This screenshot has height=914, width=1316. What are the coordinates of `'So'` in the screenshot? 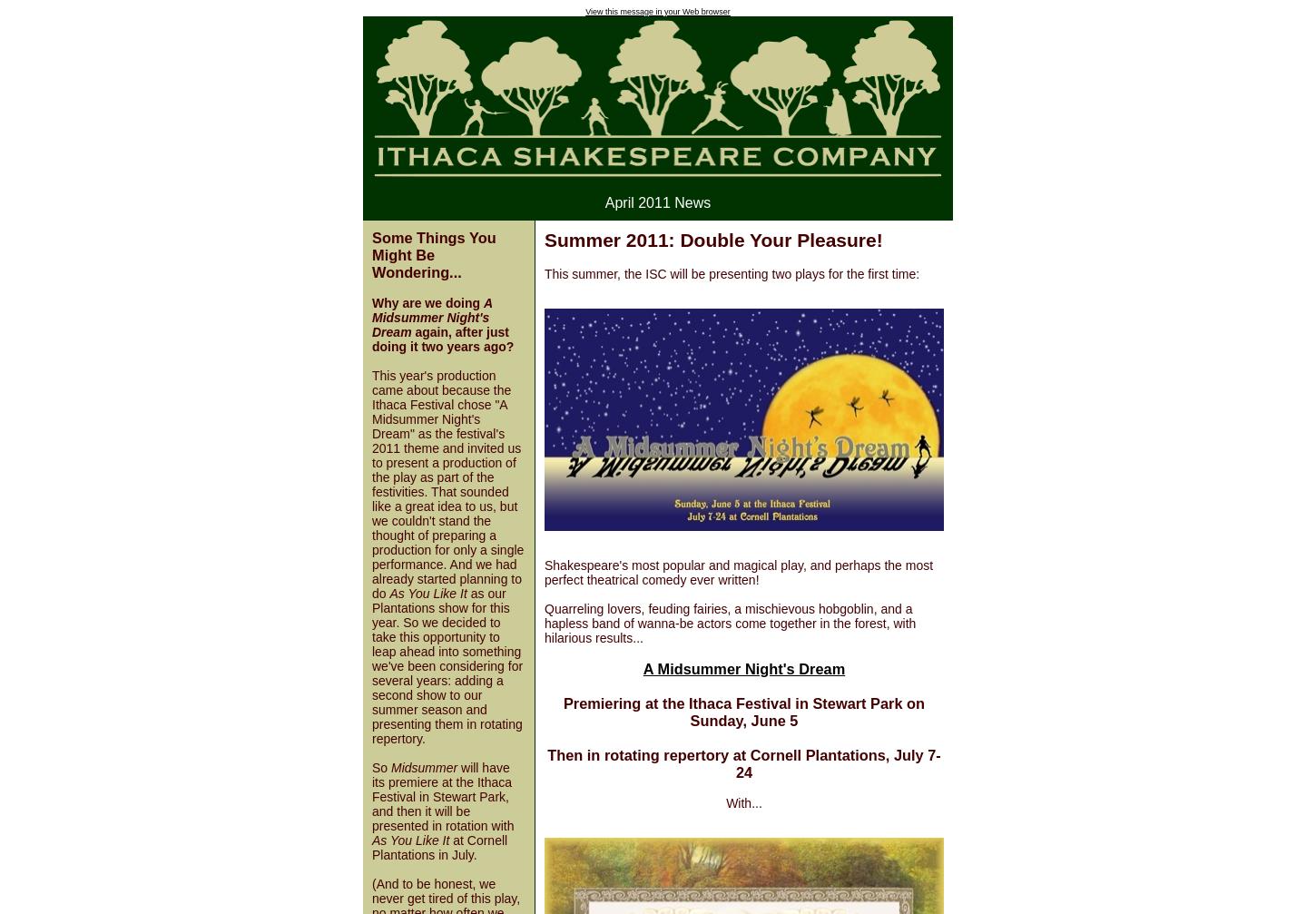 It's located at (371, 766).